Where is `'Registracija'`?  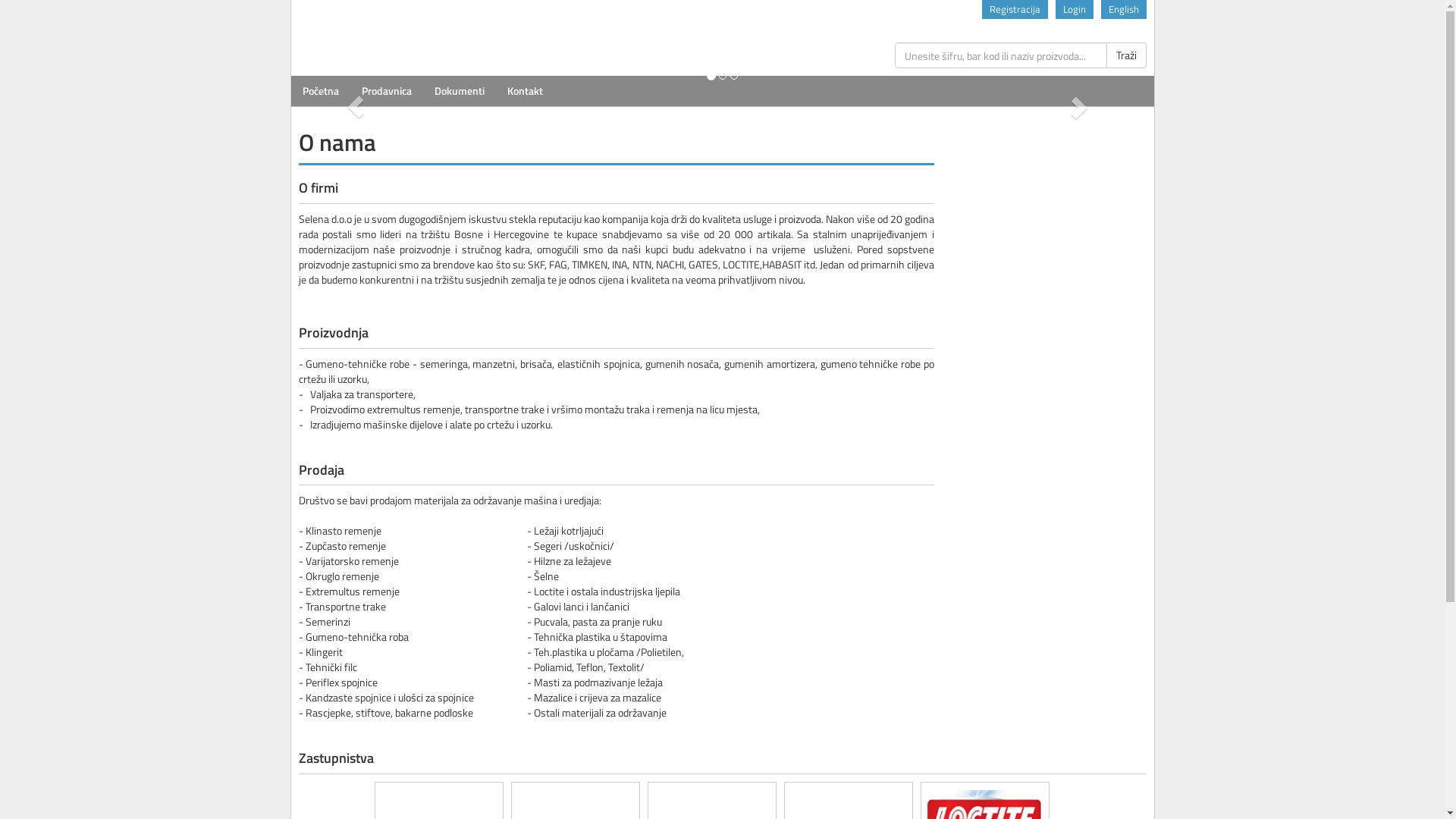
'Registracija' is located at coordinates (1014, 9).